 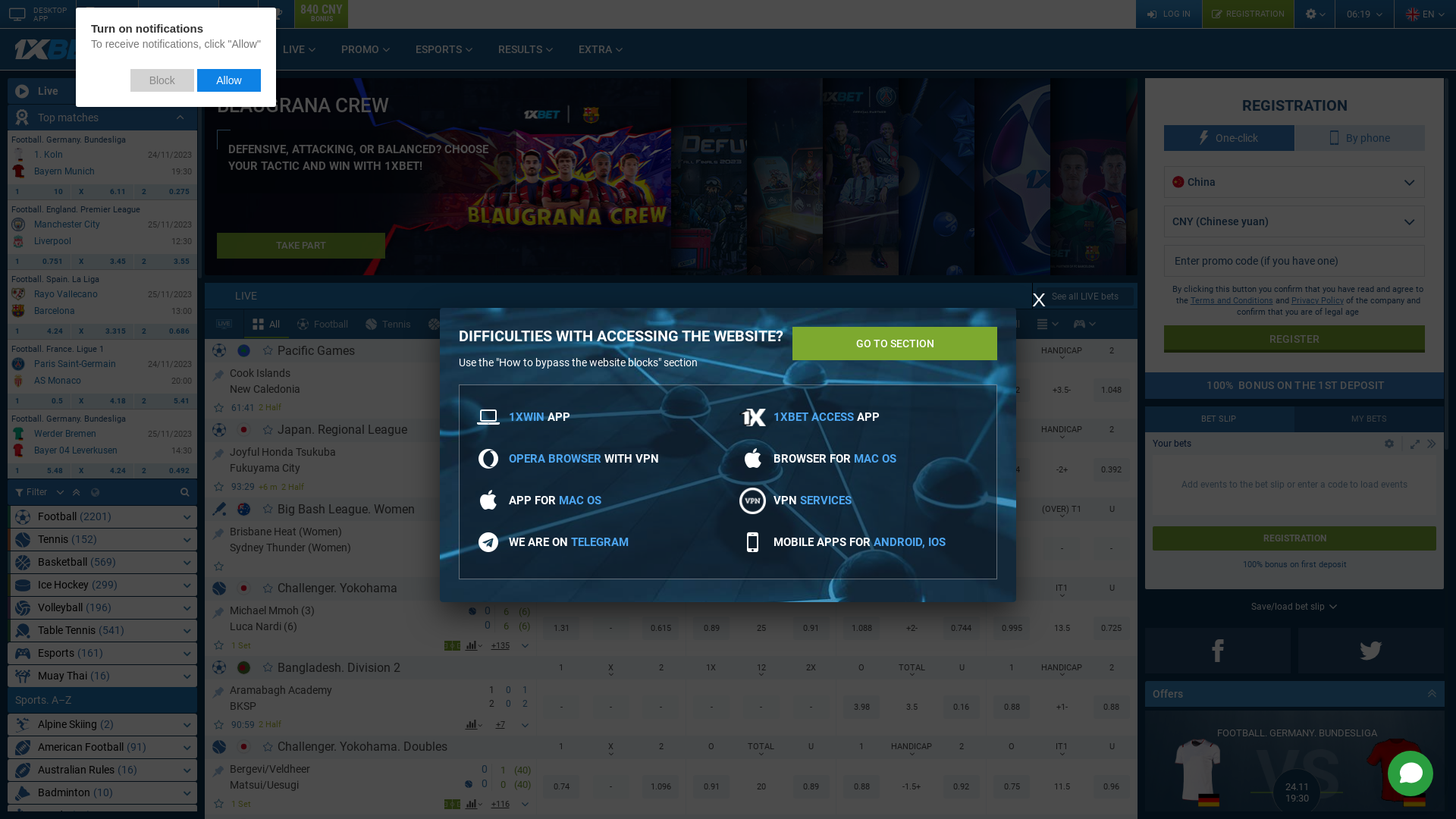 I want to click on 'Volleyball, so click(x=101, y=607).